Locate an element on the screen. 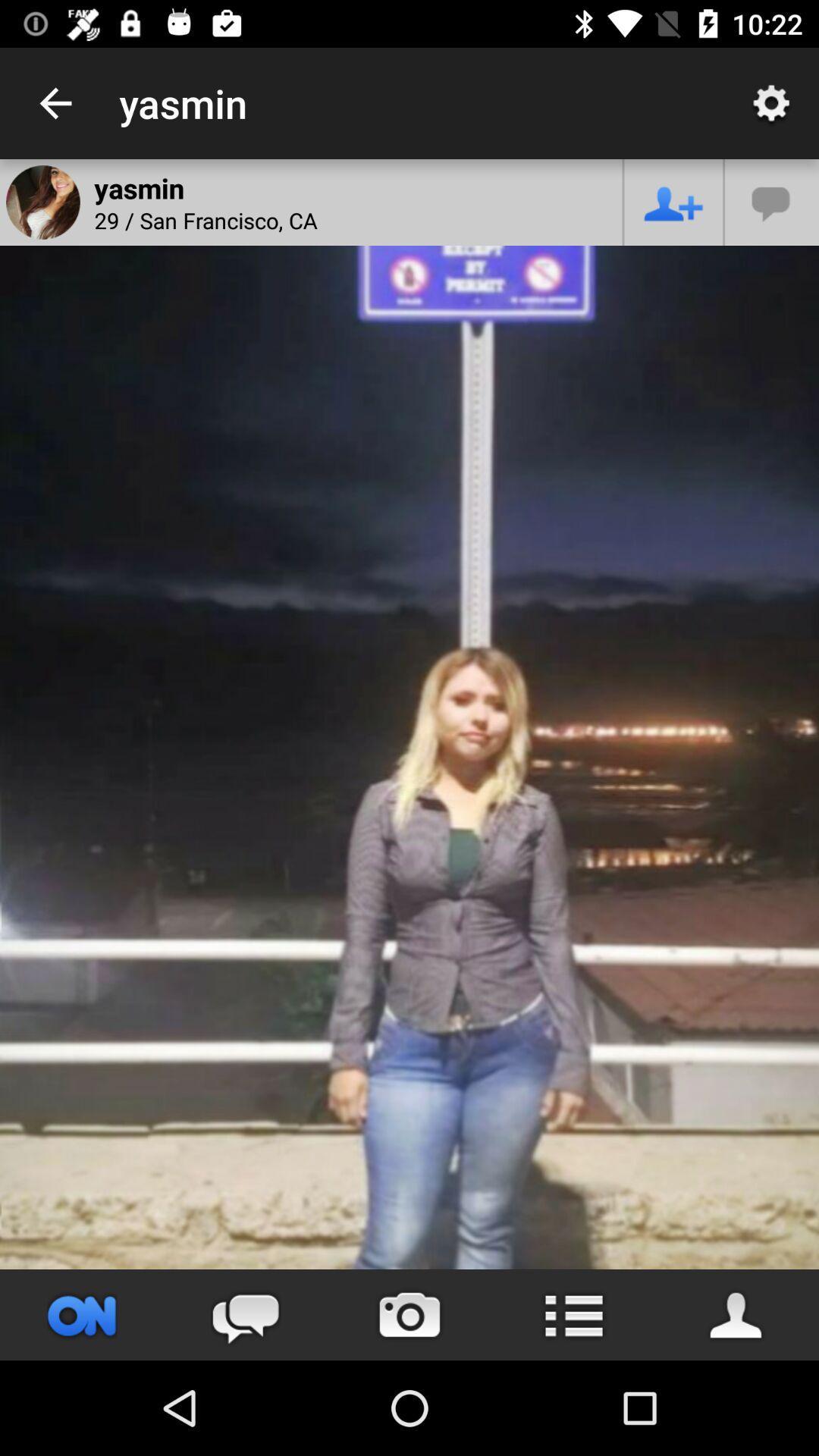 The height and width of the screenshot is (1456, 819). open list is located at coordinates (573, 1314).